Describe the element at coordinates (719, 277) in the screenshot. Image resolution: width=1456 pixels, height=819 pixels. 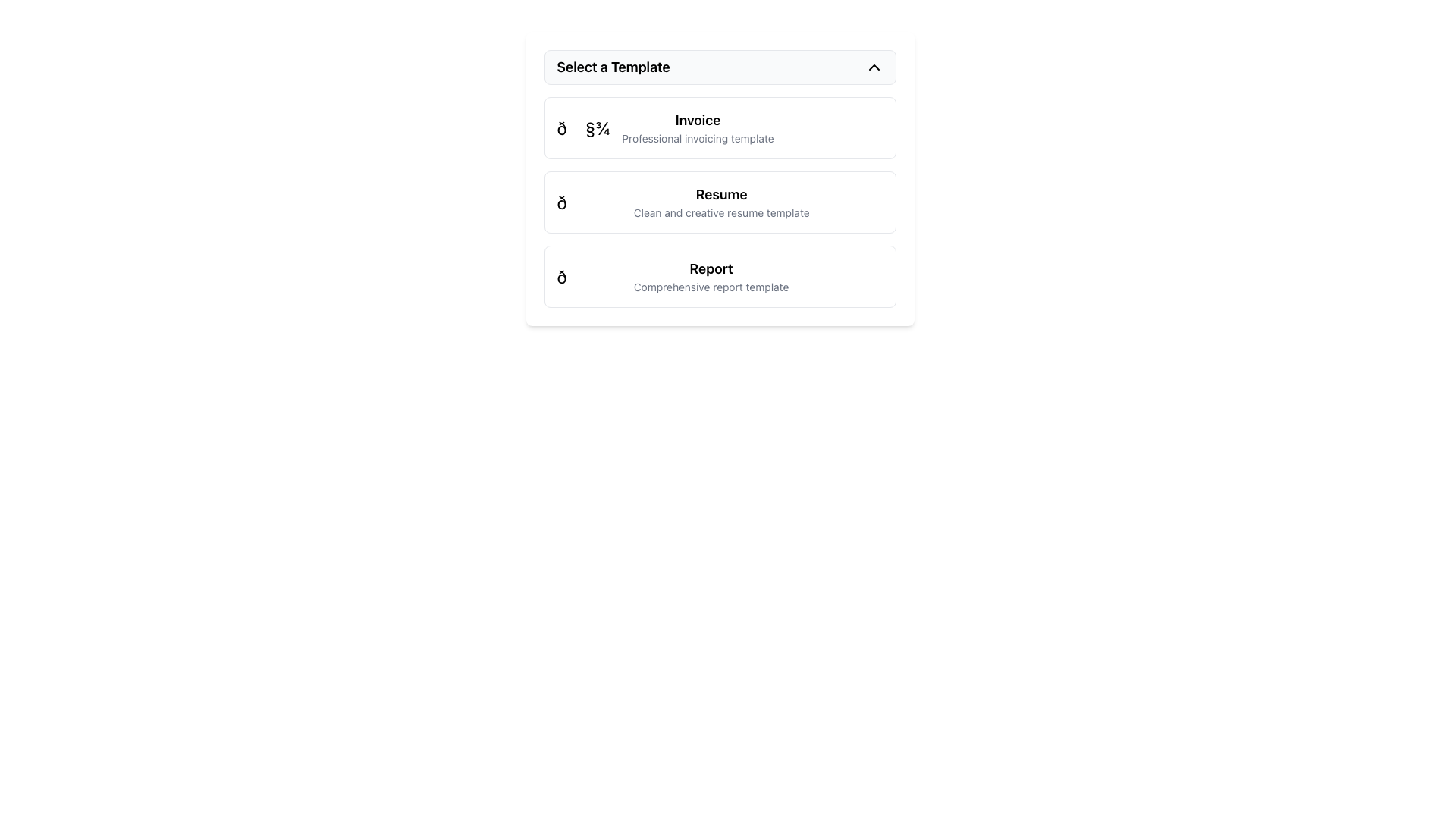
I see `the 'Report' selectable list item, which is the third entry in a vertical list` at that location.